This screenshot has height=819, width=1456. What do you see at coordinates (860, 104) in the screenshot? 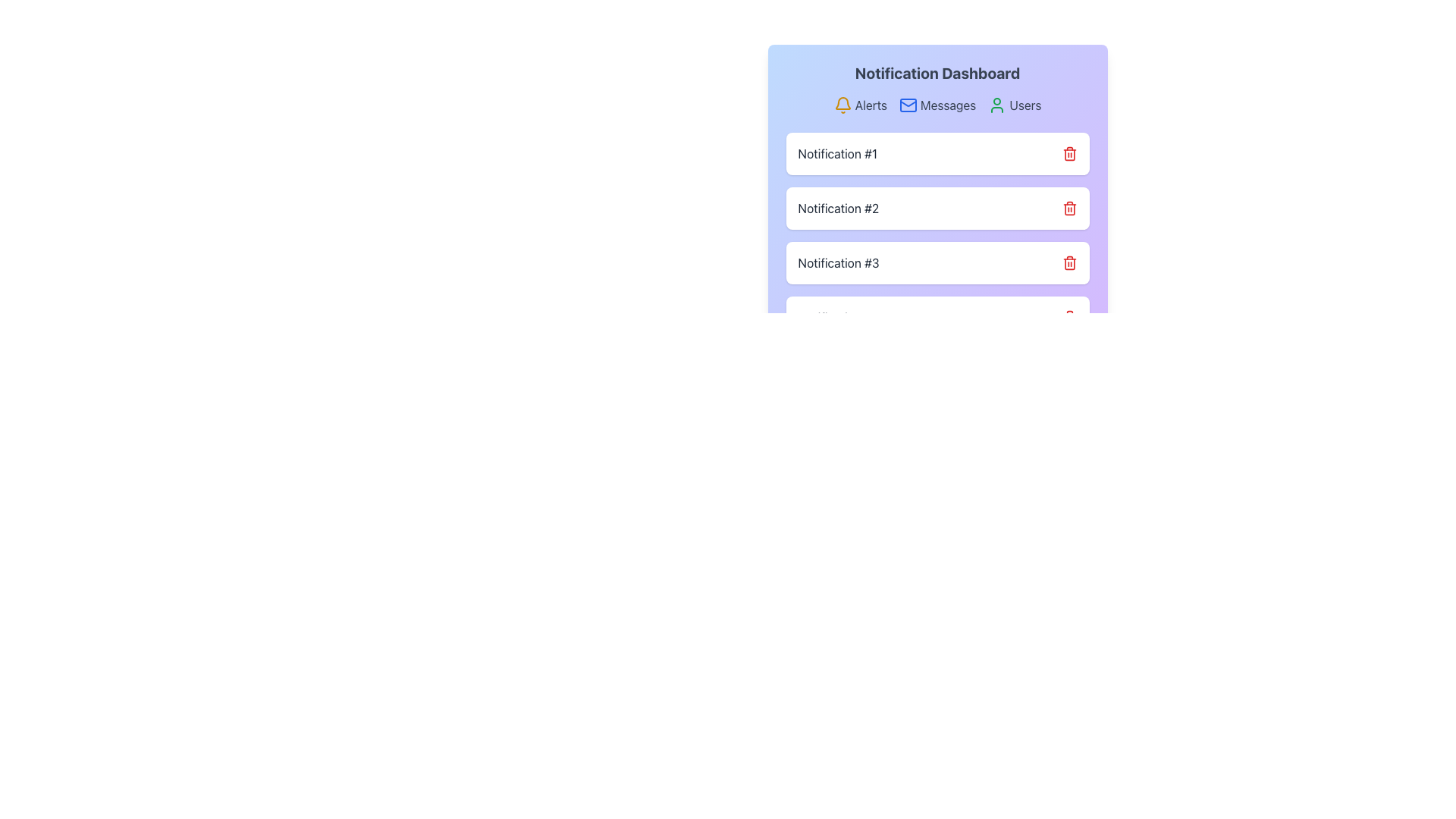
I see `the 'Alerts' navigation item, which features a yellow bell icon and gray text` at bounding box center [860, 104].